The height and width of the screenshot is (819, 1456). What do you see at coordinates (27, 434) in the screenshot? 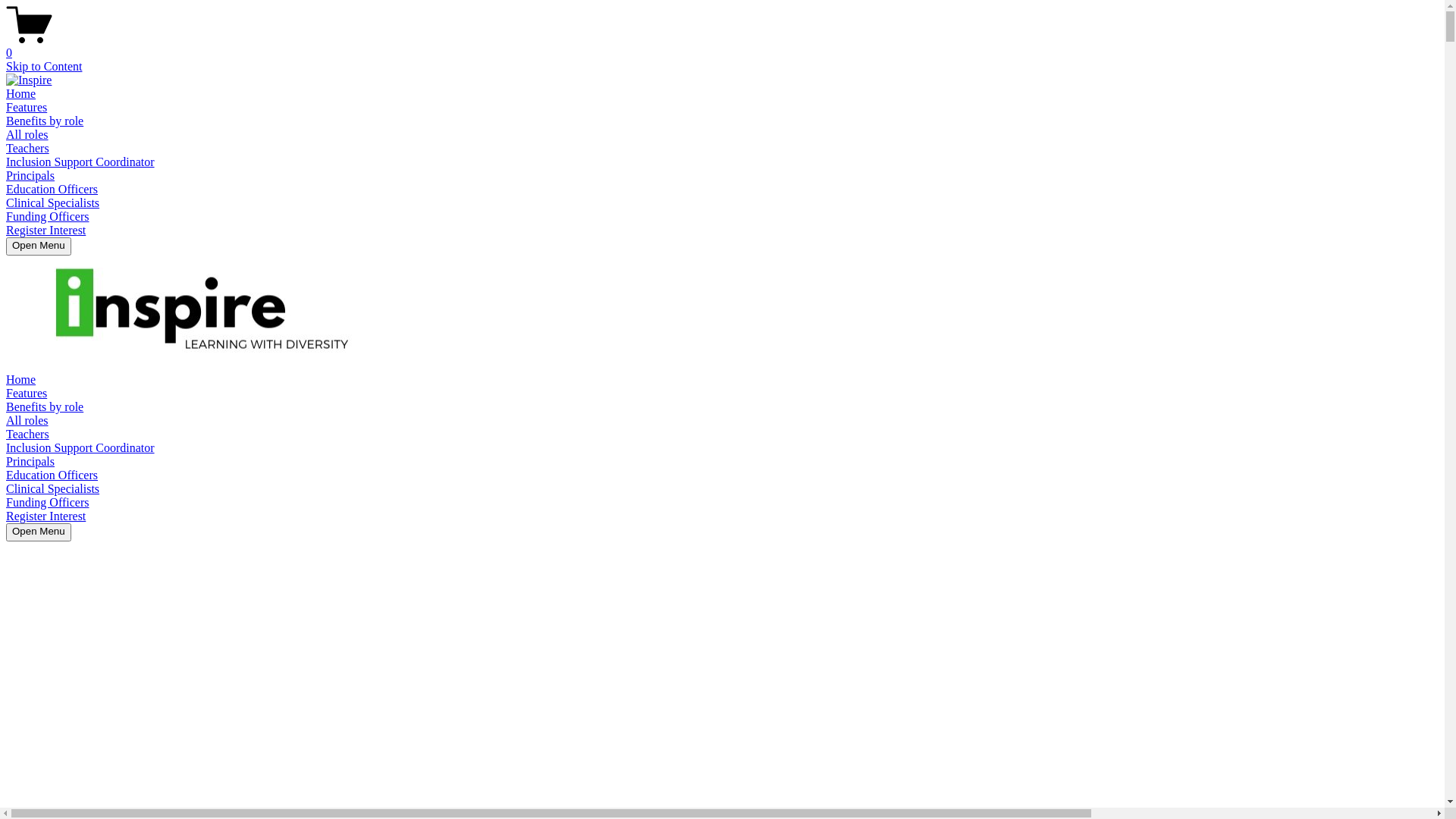
I see `'Teachers'` at bounding box center [27, 434].